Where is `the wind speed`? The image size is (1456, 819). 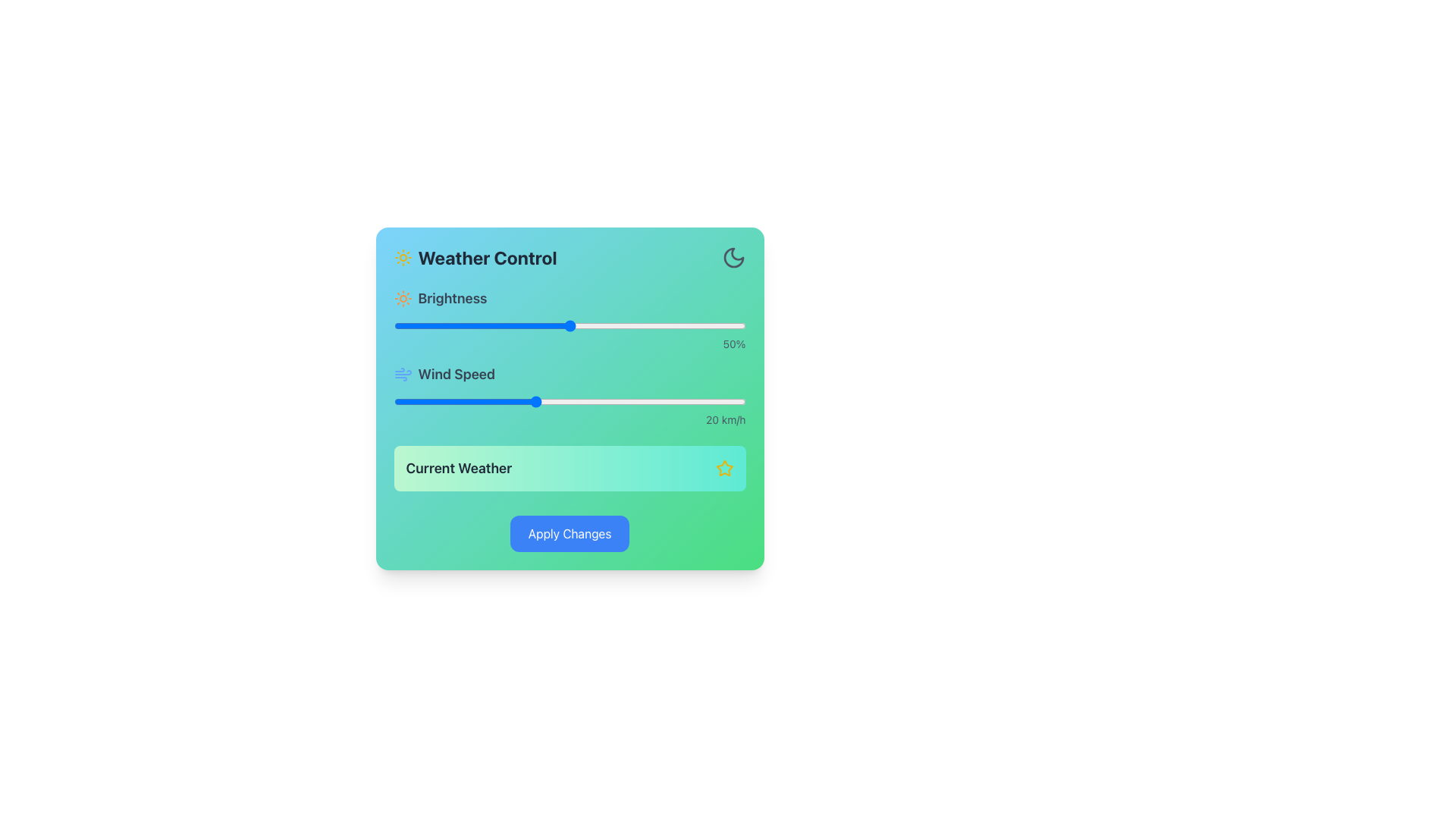 the wind speed is located at coordinates (506, 400).